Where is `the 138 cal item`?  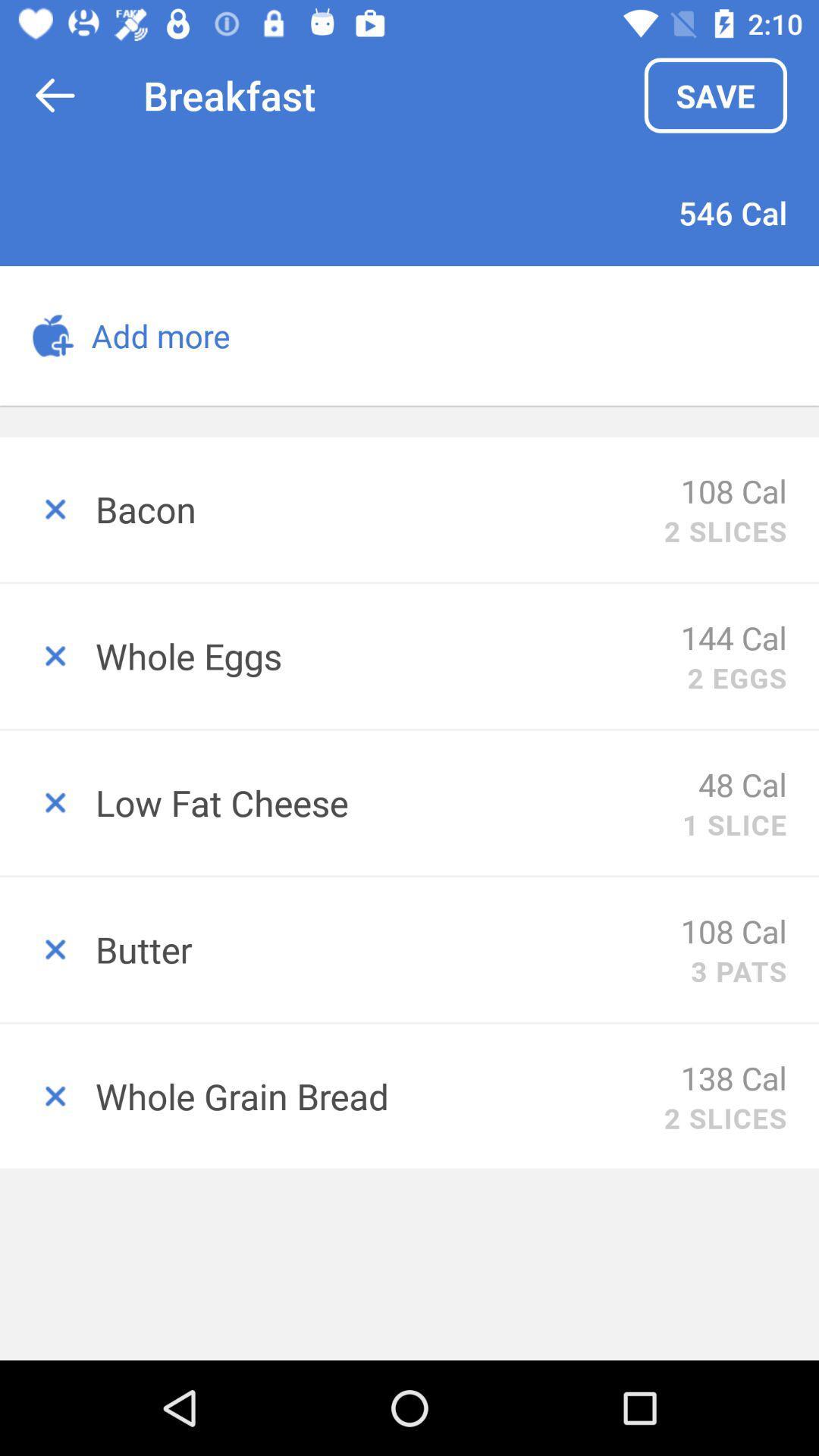
the 138 cal item is located at coordinates (733, 1077).